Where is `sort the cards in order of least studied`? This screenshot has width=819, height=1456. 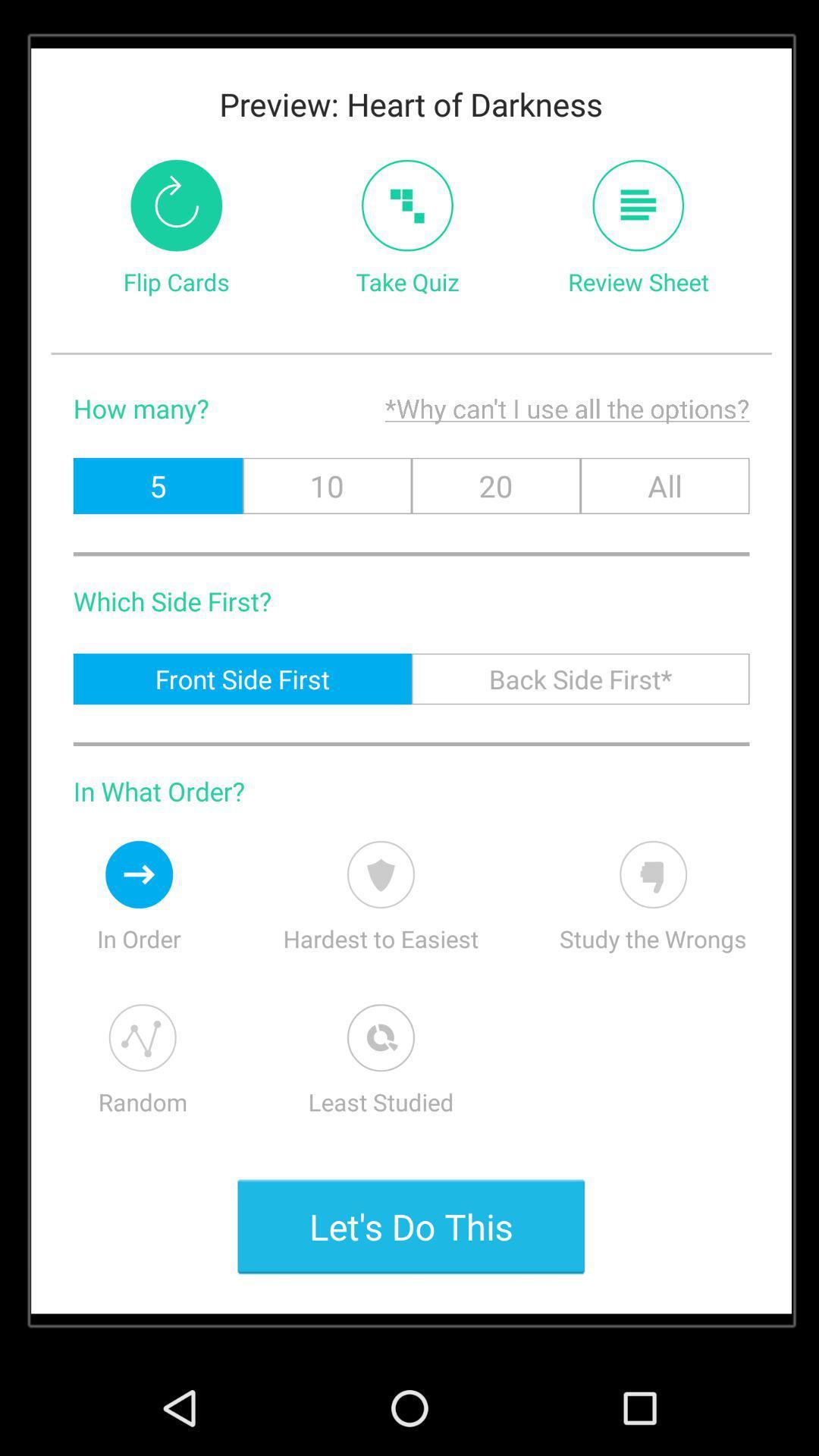
sort the cards in order of least studied is located at coordinates (380, 1037).